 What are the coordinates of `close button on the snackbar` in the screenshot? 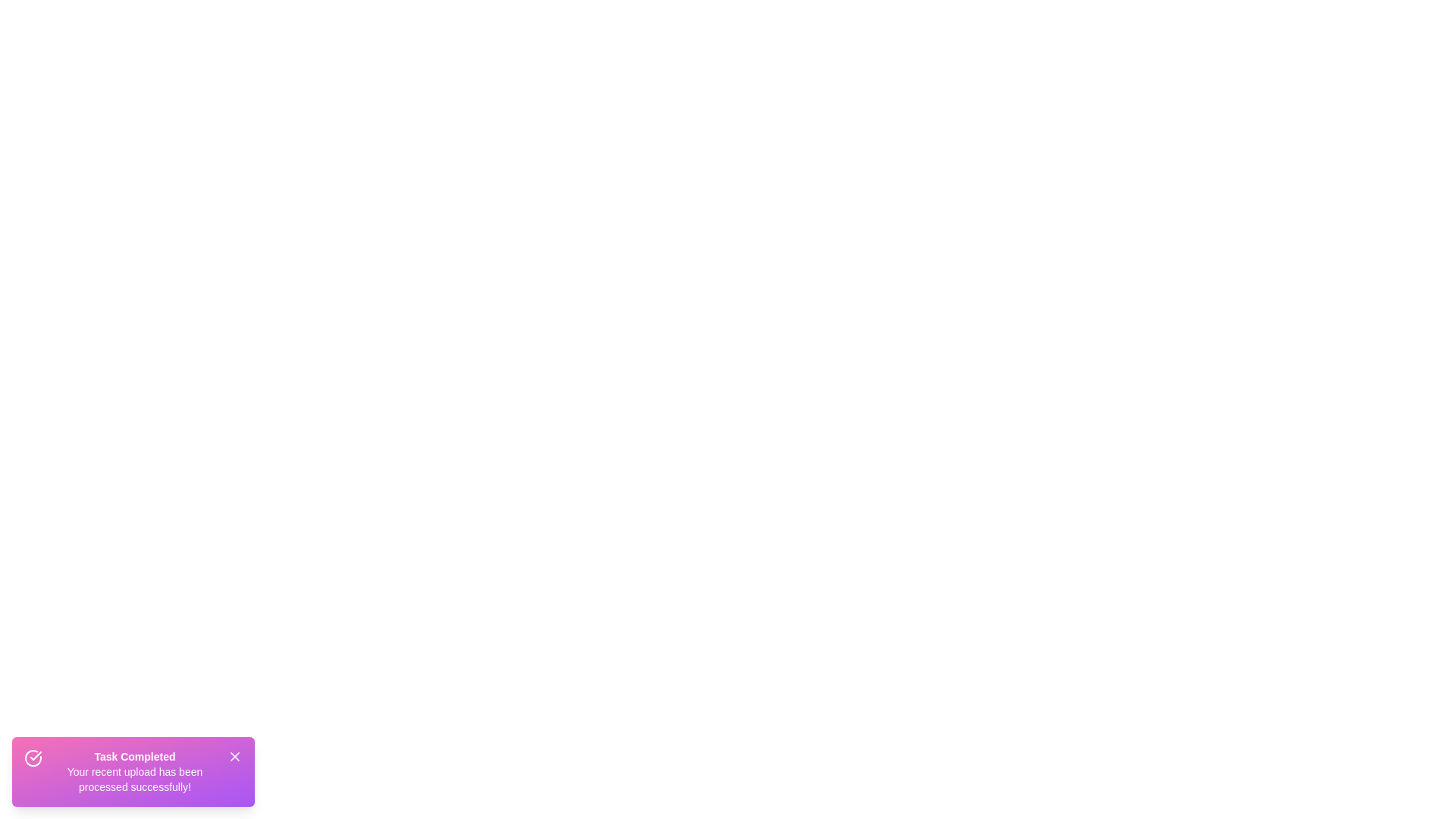 It's located at (234, 757).